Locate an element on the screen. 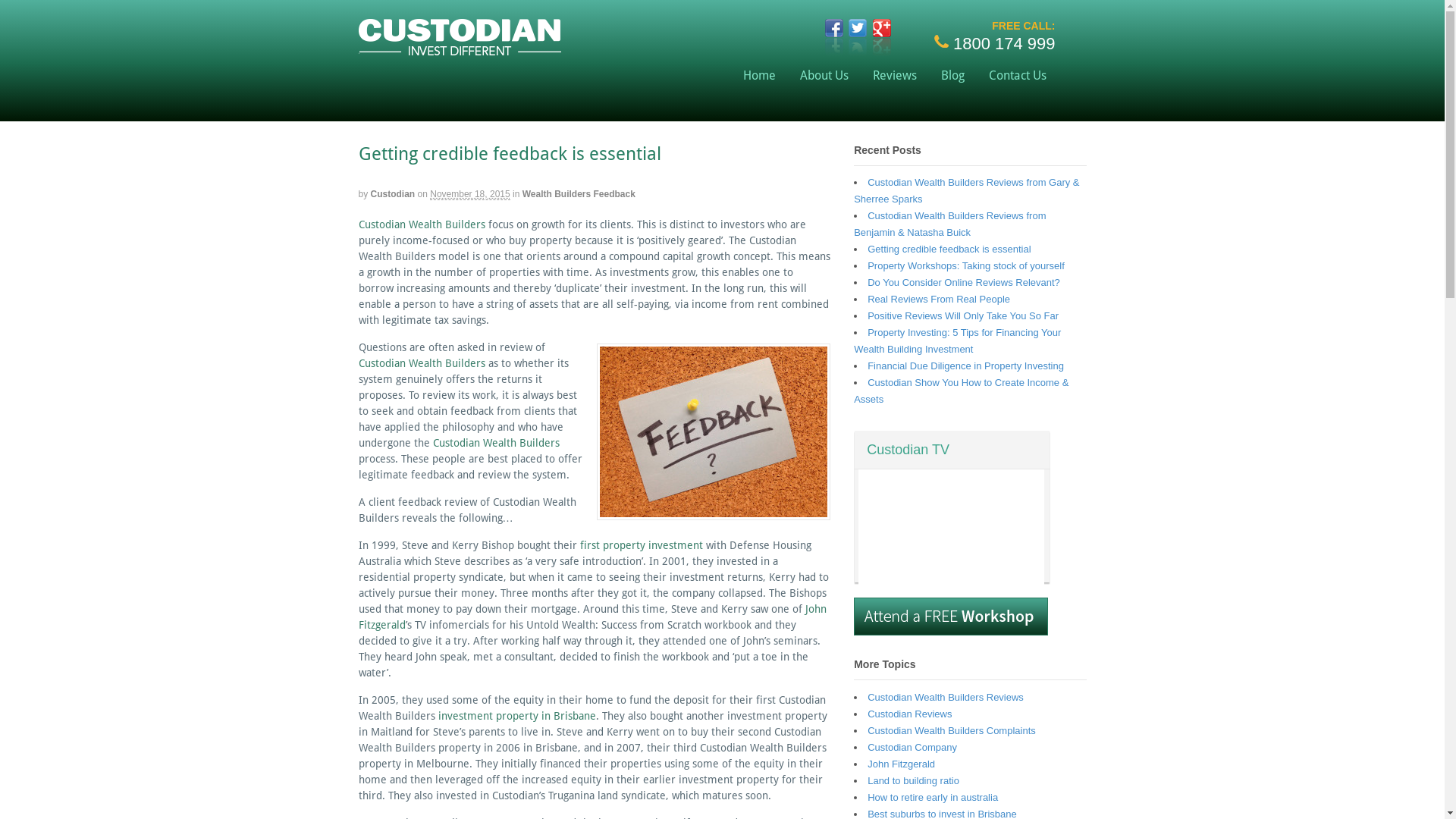  'Property Investment' is located at coordinates (458, 48).